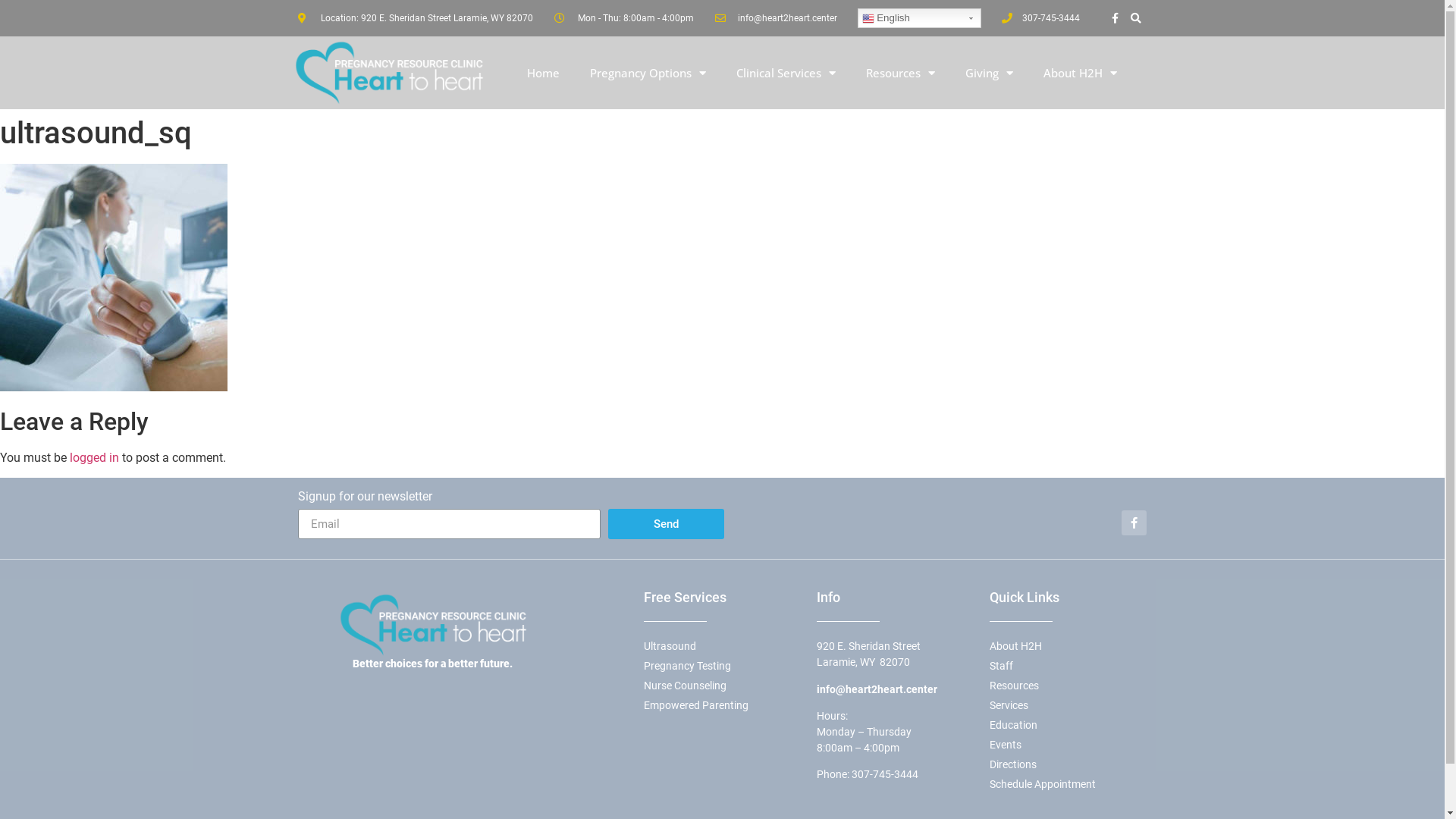 The image size is (1456, 819). Describe the element at coordinates (543, 73) in the screenshot. I see `'Home'` at that location.